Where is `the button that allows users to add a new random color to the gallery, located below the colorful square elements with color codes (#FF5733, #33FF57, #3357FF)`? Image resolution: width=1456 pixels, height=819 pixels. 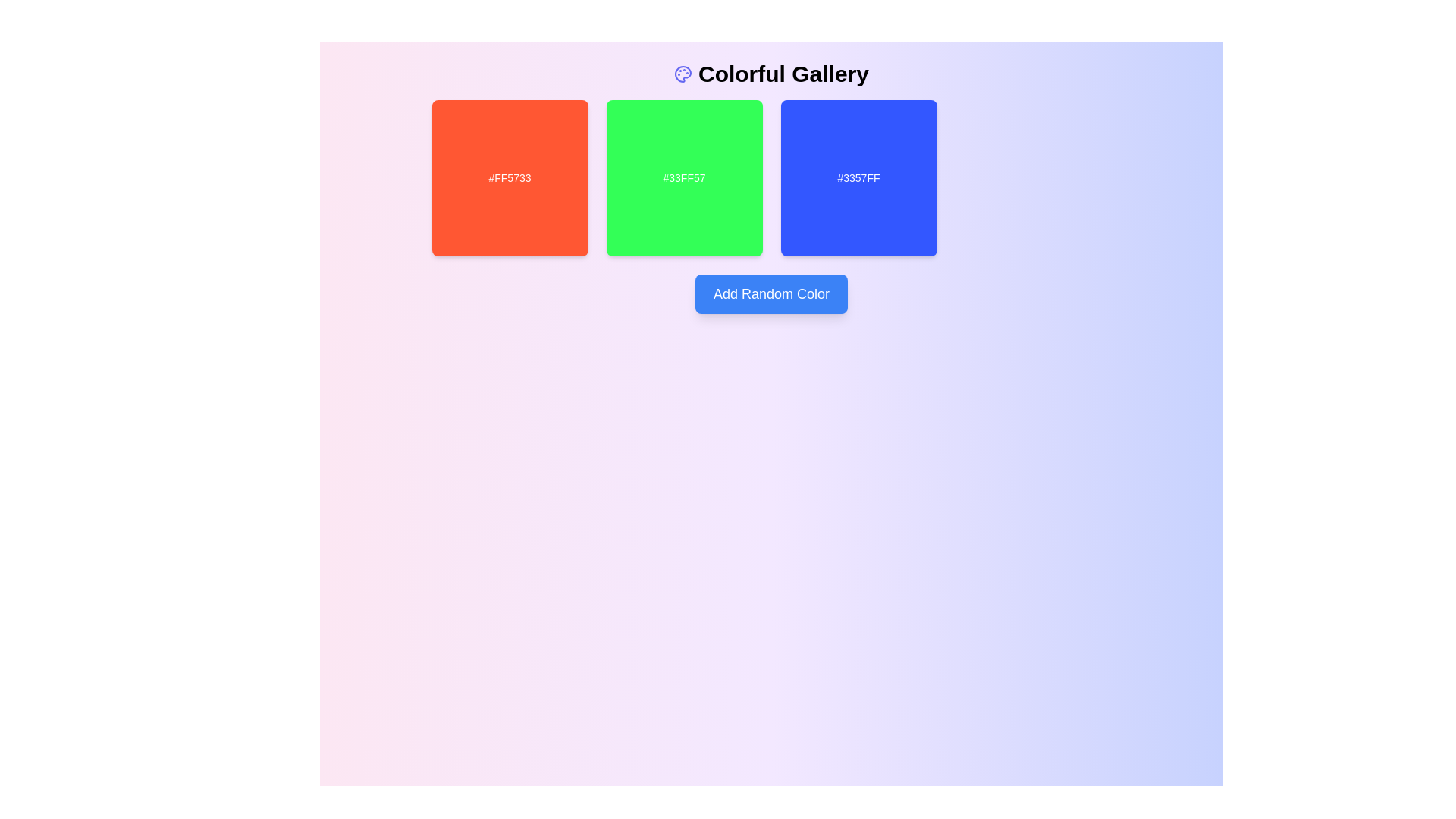
the button that allows users to add a new random color to the gallery, located below the colorful square elements with color codes (#FF5733, #33FF57, #3357FF) is located at coordinates (771, 294).